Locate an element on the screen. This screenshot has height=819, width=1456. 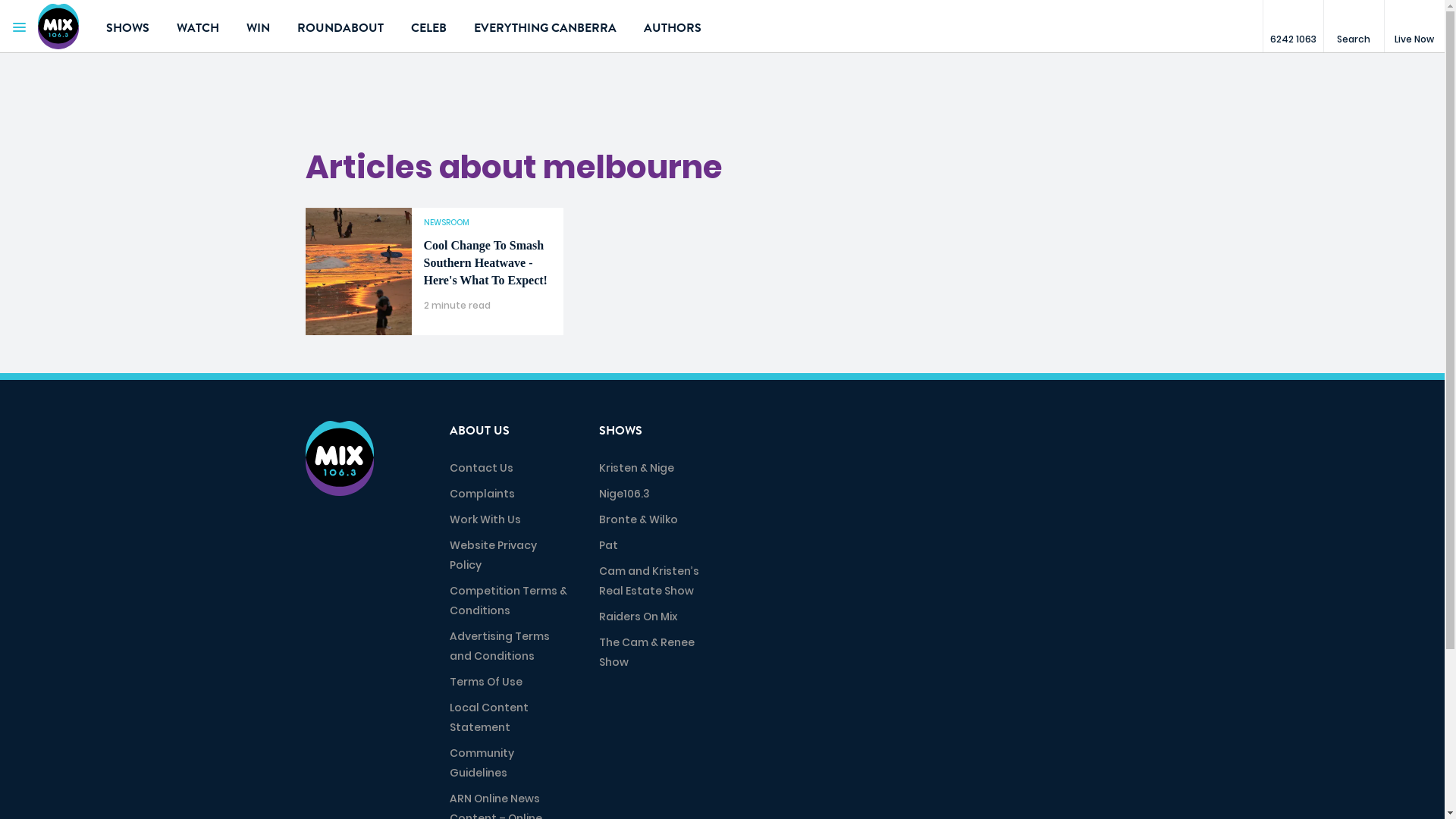
'Kristen & Nige' is located at coordinates (636, 467).